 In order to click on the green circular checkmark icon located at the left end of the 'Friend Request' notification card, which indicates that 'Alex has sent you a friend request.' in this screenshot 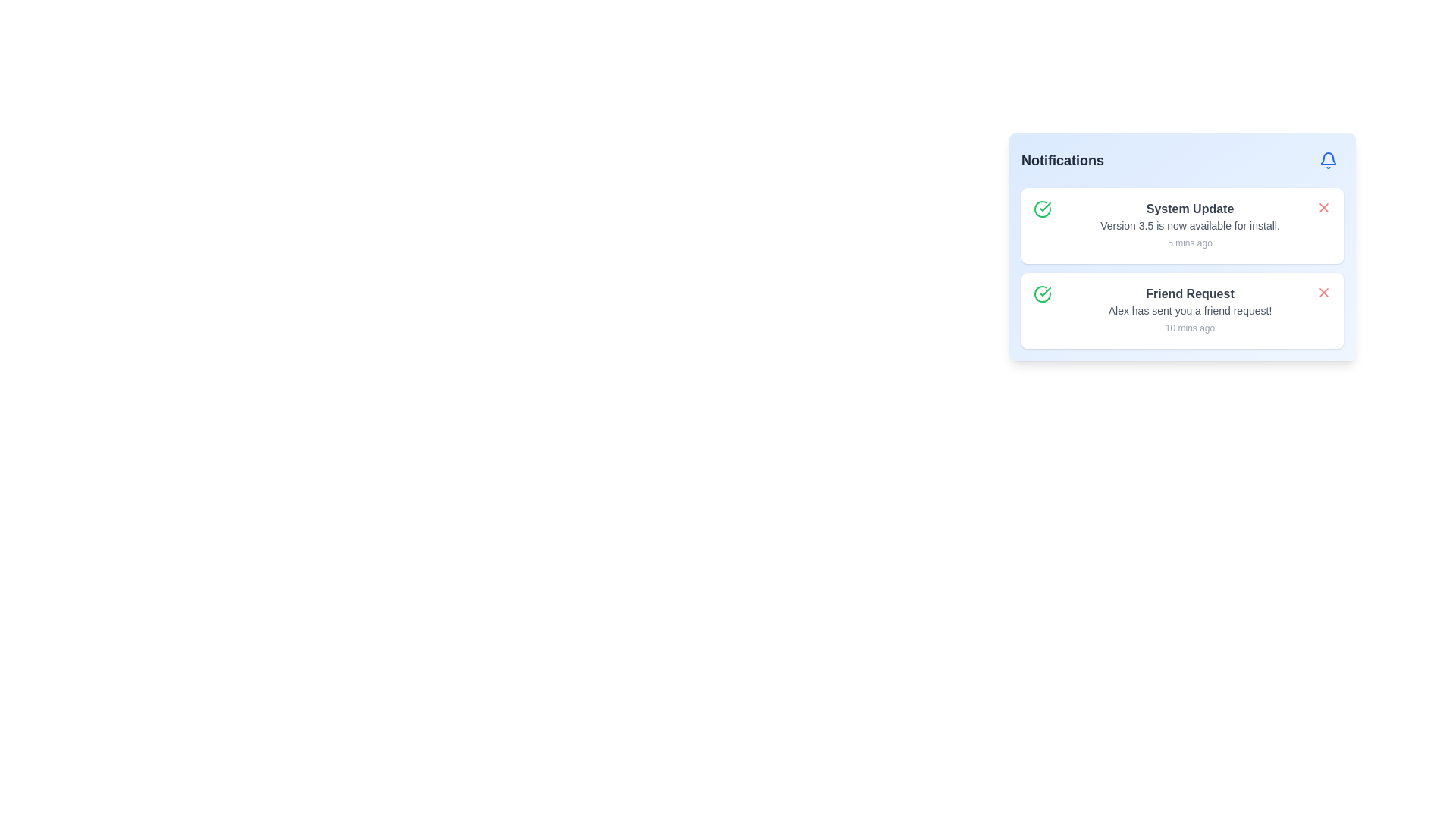, I will do `click(1041, 294)`.